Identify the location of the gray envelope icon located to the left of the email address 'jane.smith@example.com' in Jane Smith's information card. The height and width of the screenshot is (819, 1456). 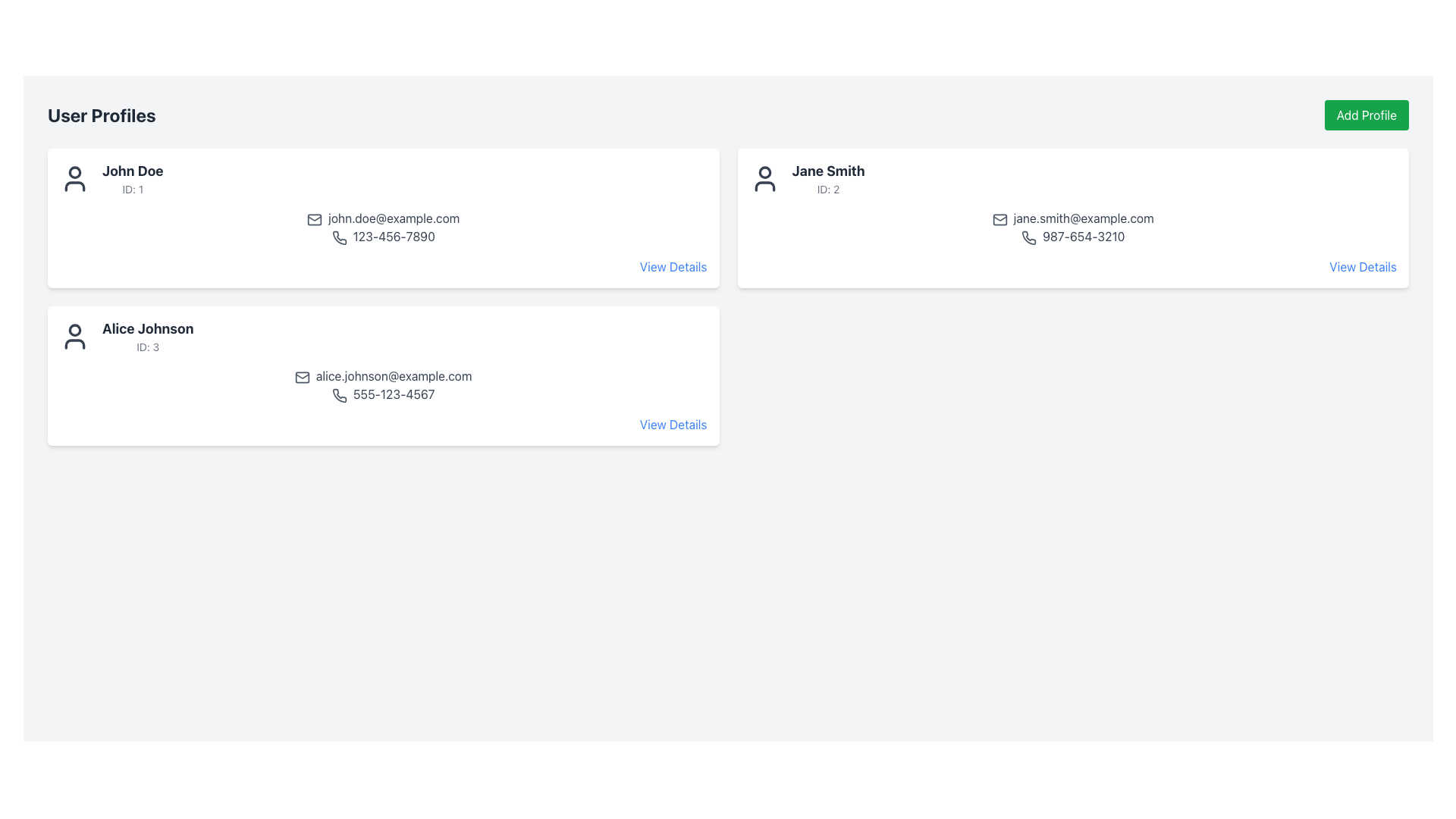
(999, 219).